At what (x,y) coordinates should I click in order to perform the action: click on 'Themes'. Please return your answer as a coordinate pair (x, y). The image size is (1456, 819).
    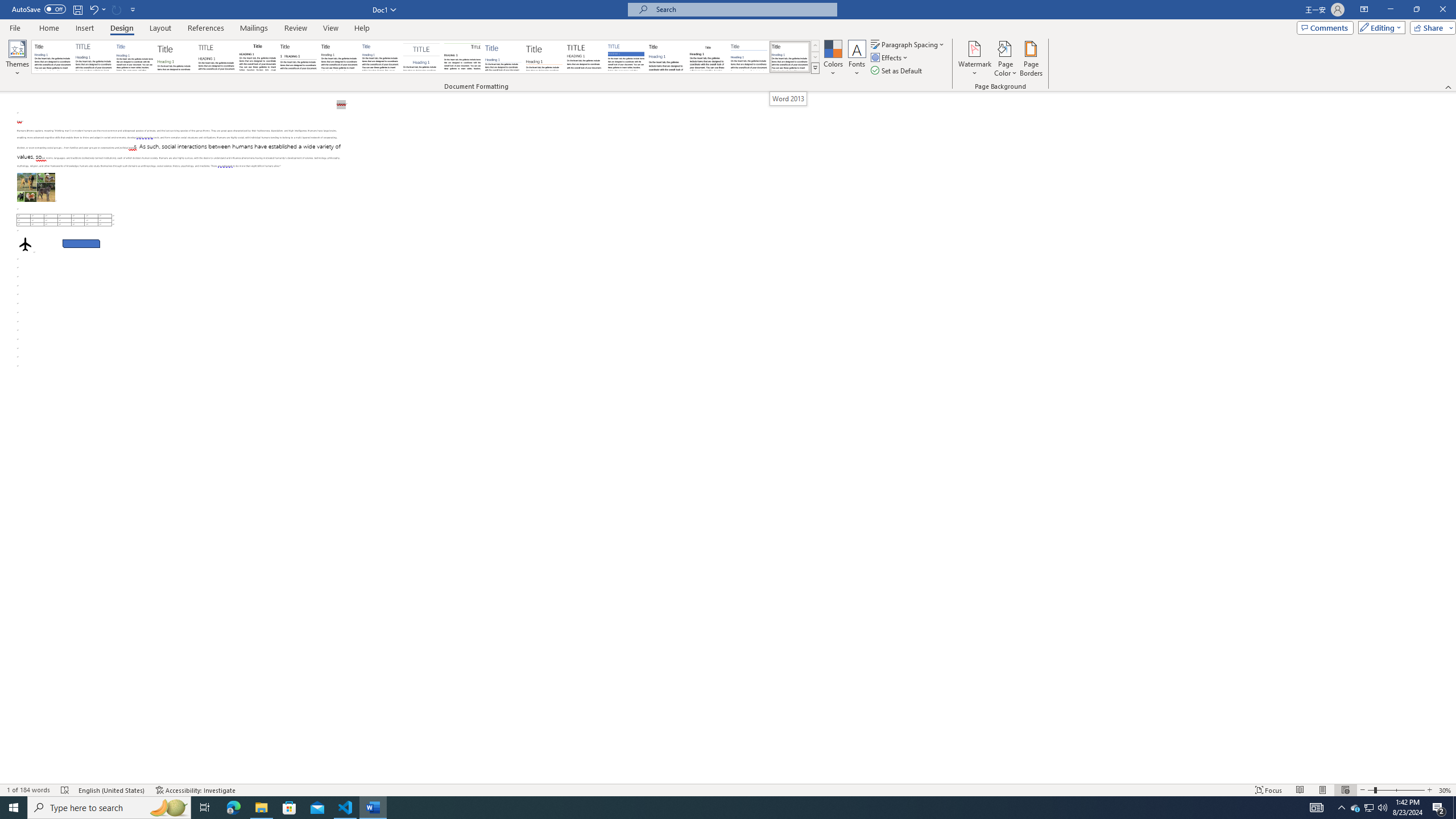
    Looking at the image, I should click on (16, 59).